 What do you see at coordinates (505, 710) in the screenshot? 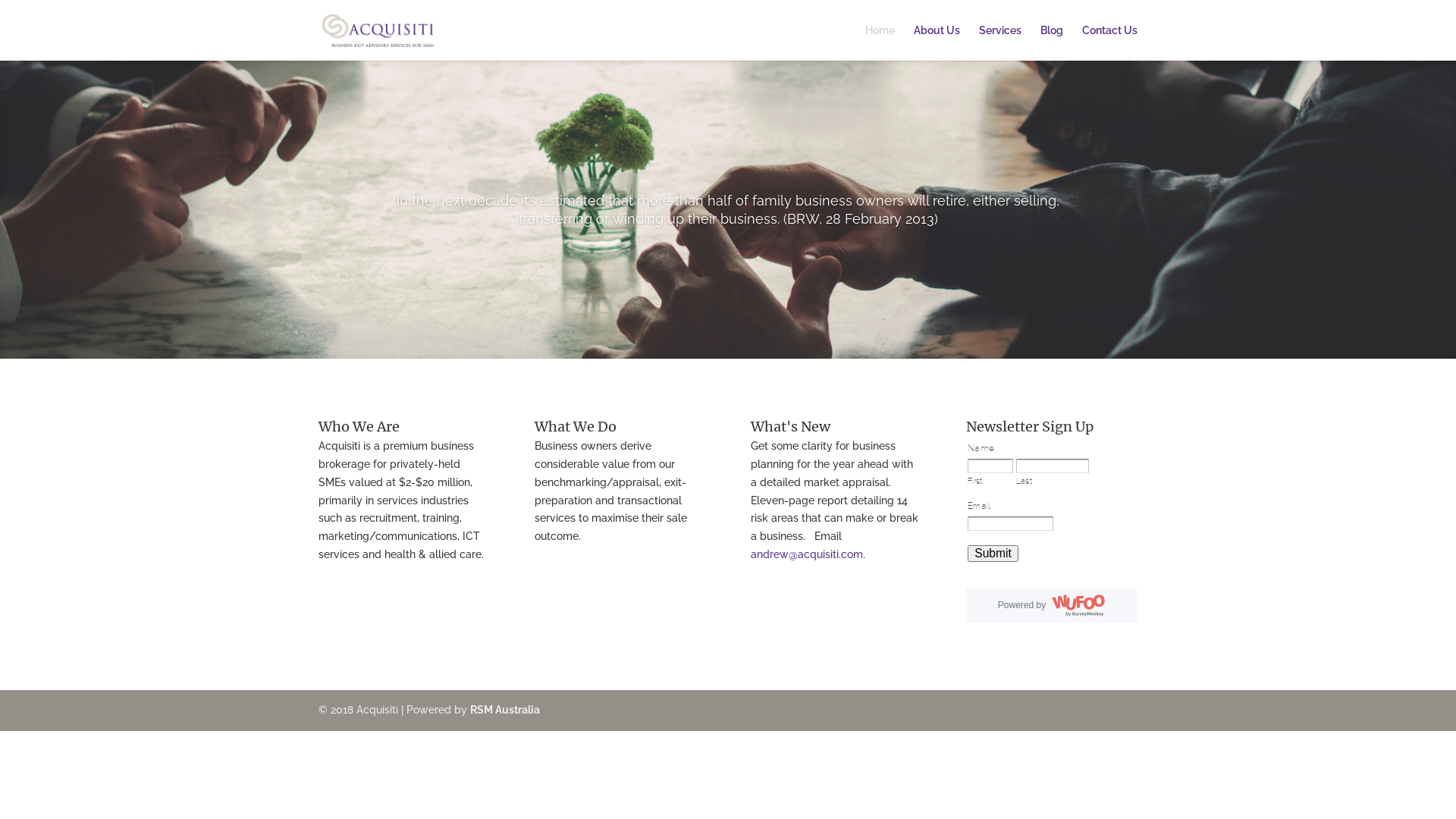
I see `'RSM Australia'` at bounding box center [505, 710].